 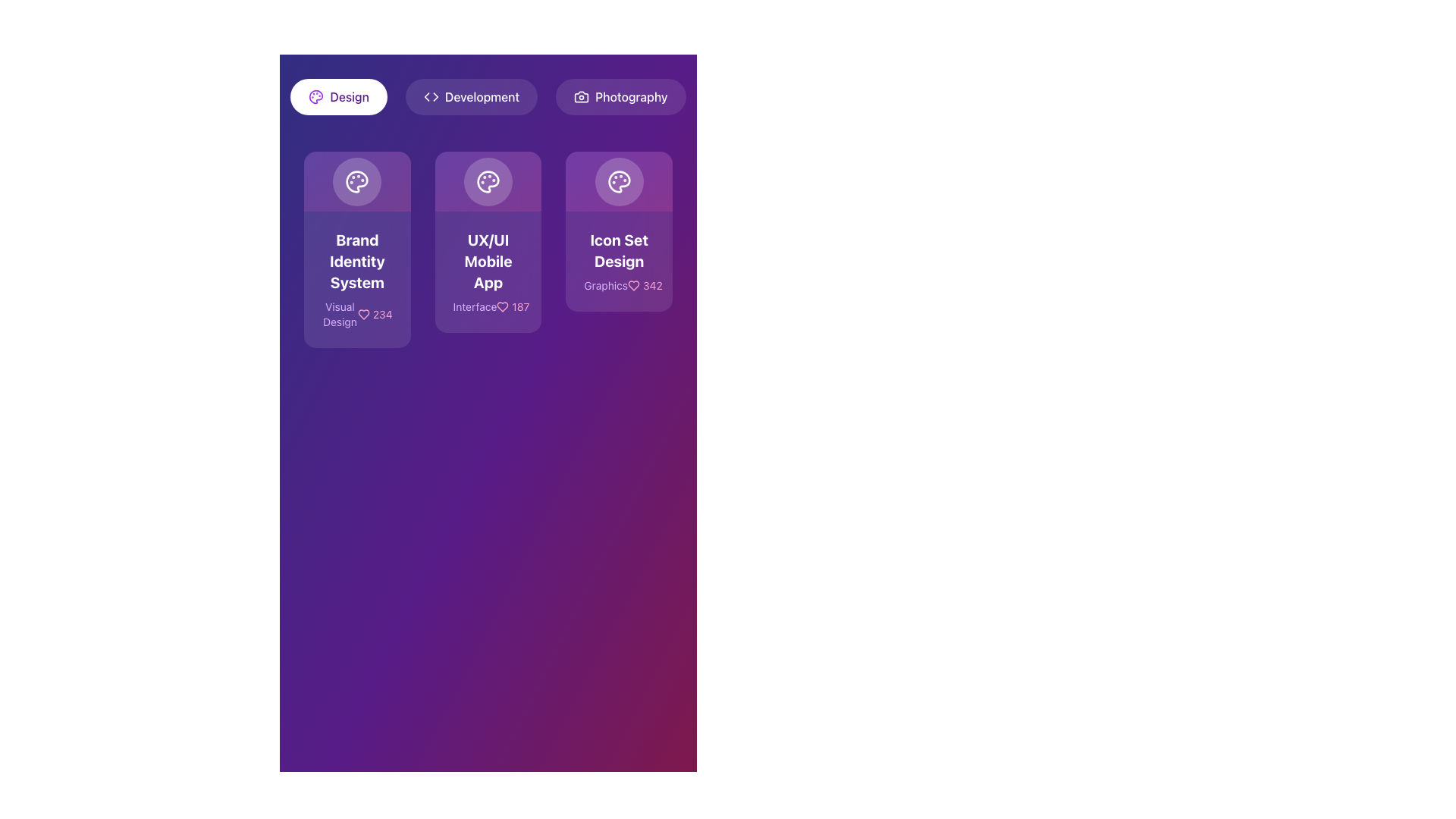 I want to click on the decorative icon associated with likes or favorites located in the 'Brand Identity System' card, positioned to the left of the number '234', so click(x=362, y=314).